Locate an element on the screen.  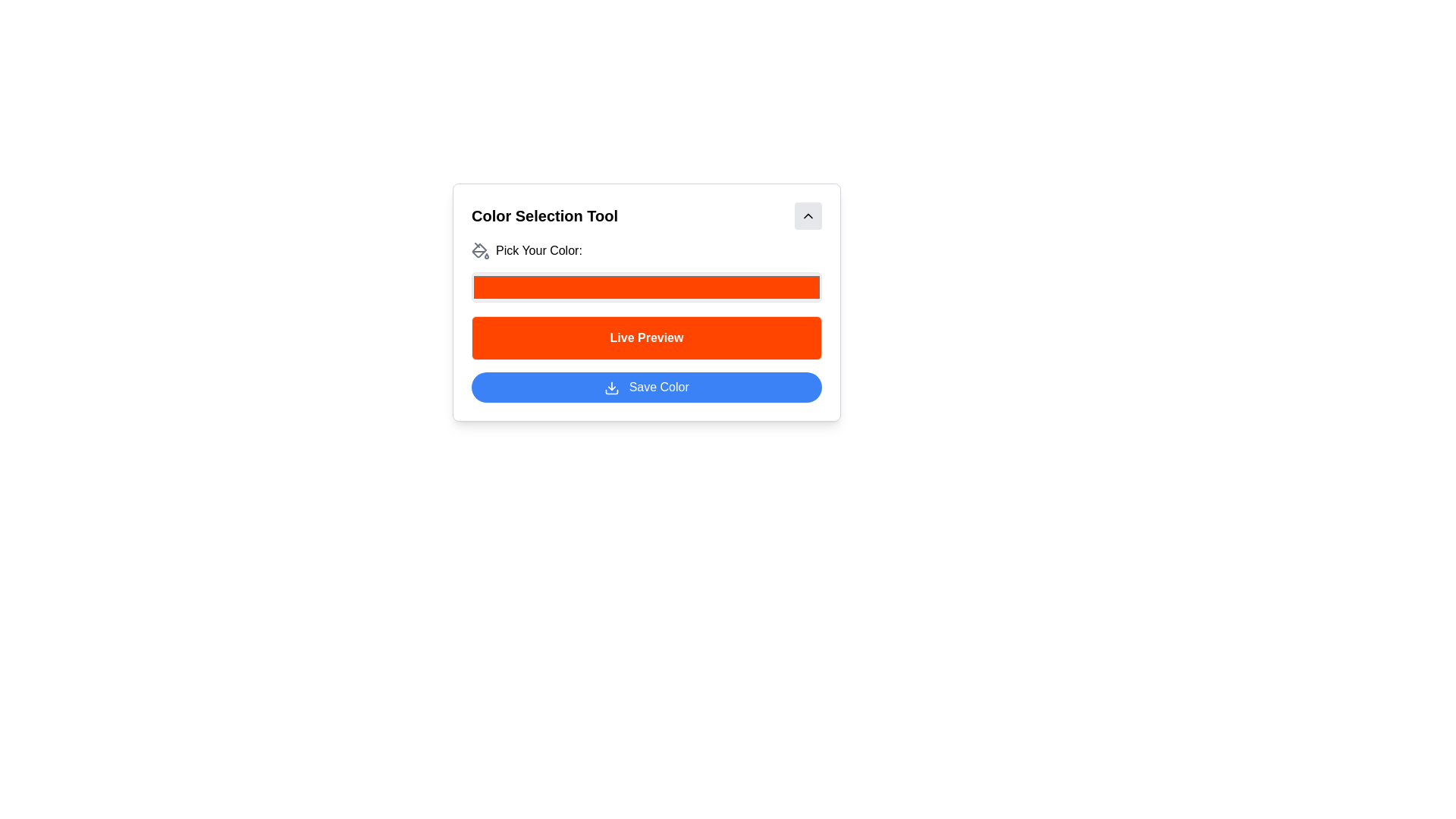
the color input field located under the 'Pick Your Color:' label to change the selected color is located at coordinates (647, 302).